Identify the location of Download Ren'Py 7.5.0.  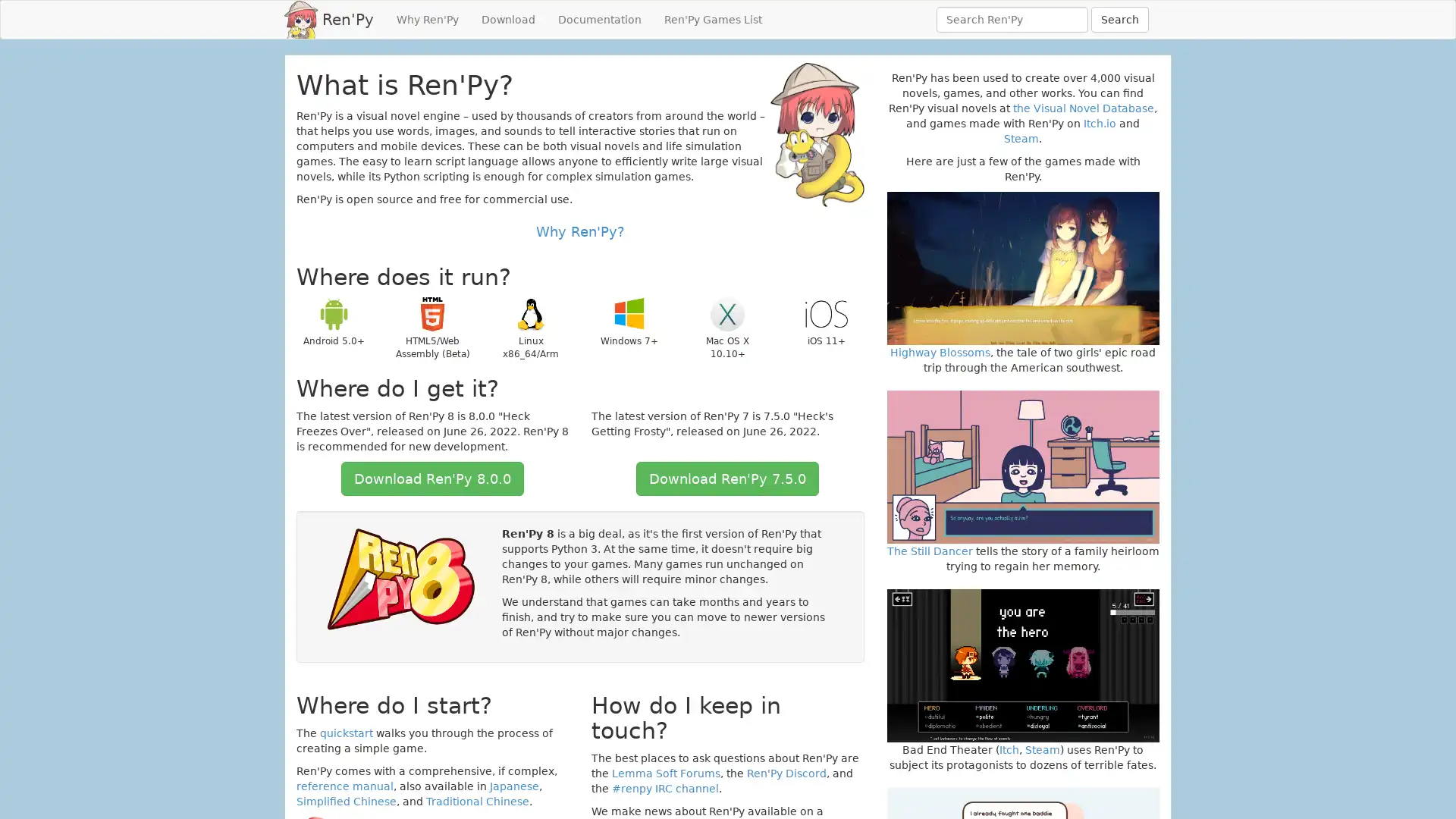
(726, 479).